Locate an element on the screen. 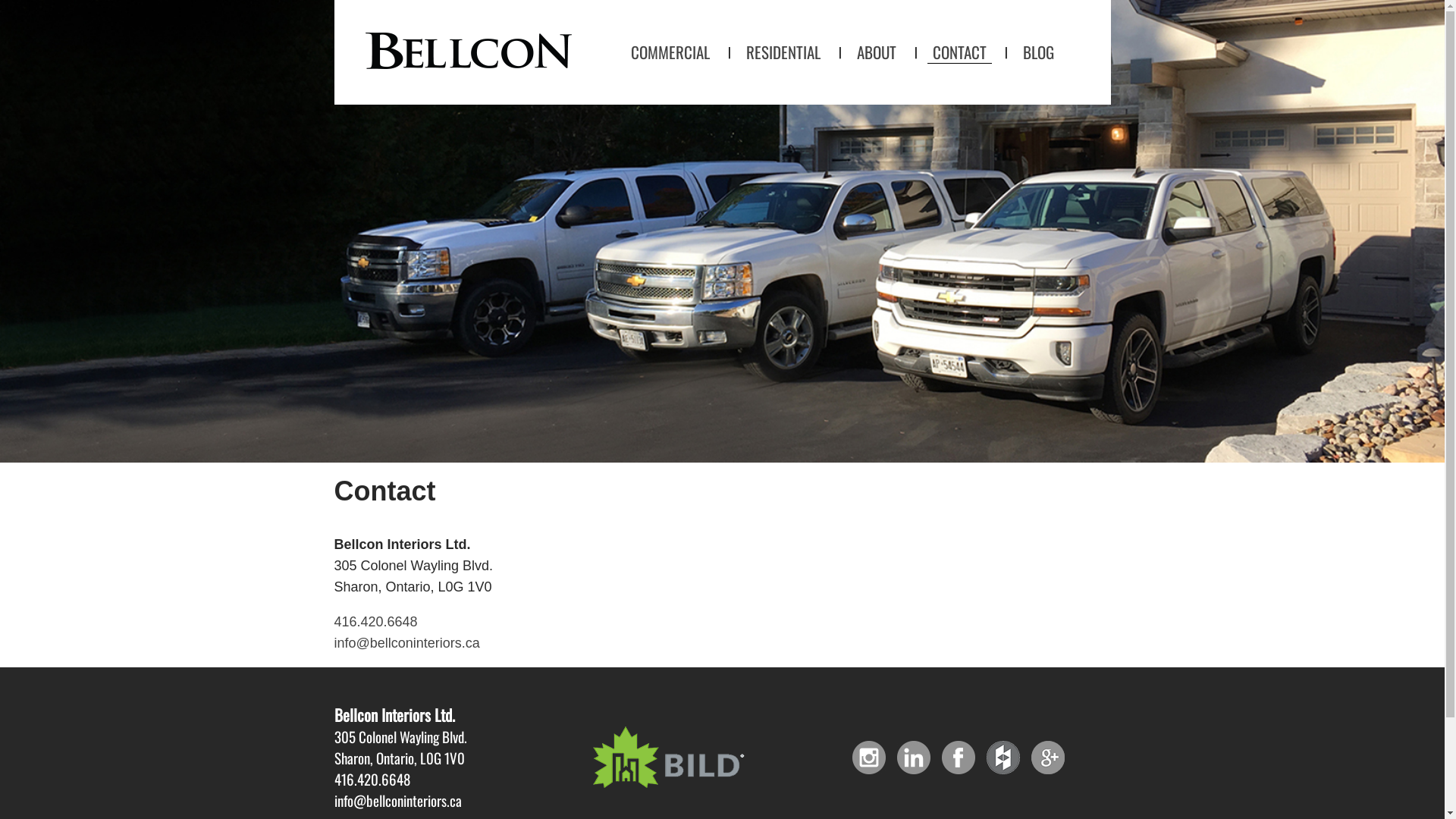  '416.420.6648' is located at coordinates (375, 622).